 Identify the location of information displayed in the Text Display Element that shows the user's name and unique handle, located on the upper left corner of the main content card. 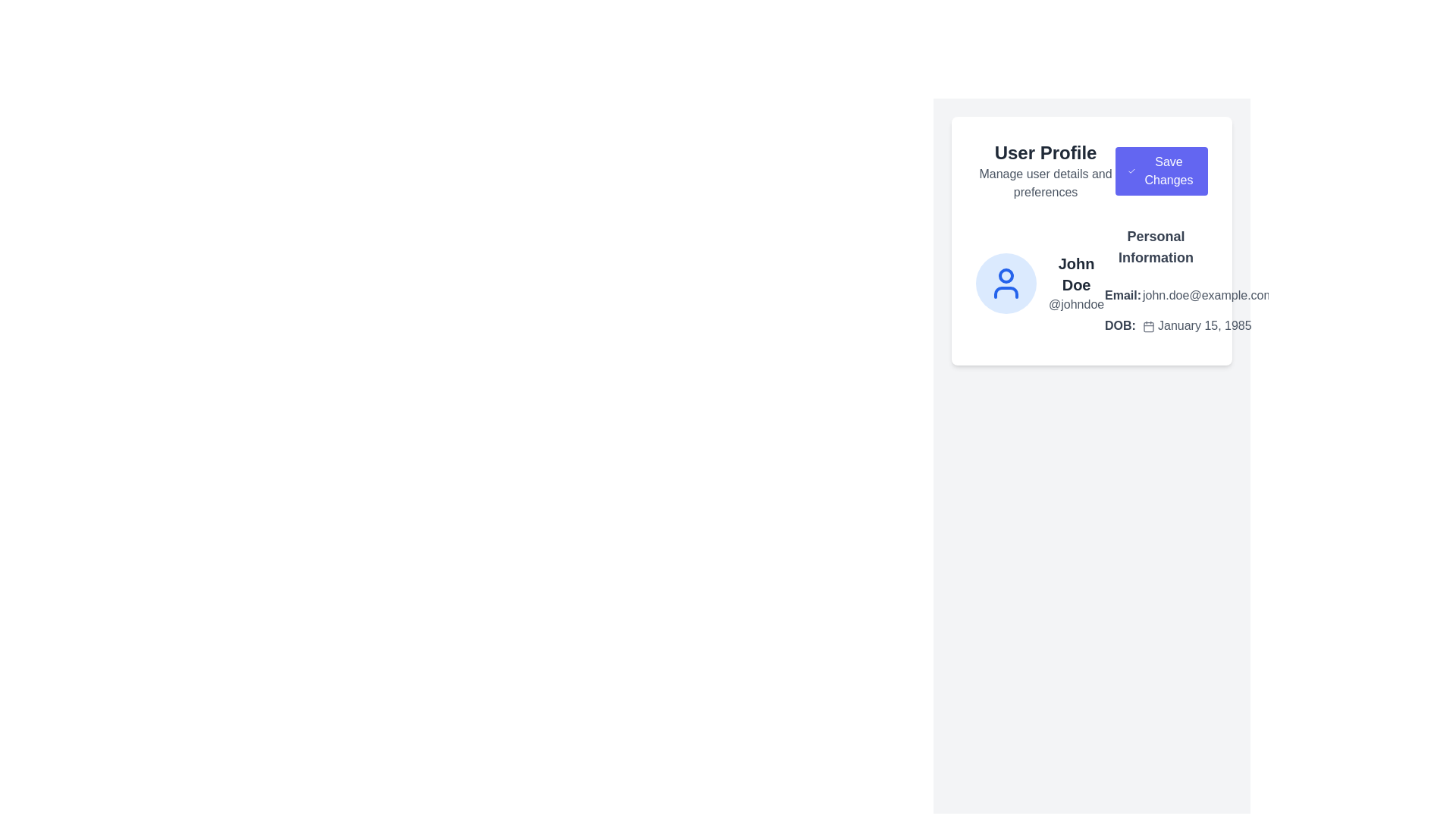
(1075, 284).